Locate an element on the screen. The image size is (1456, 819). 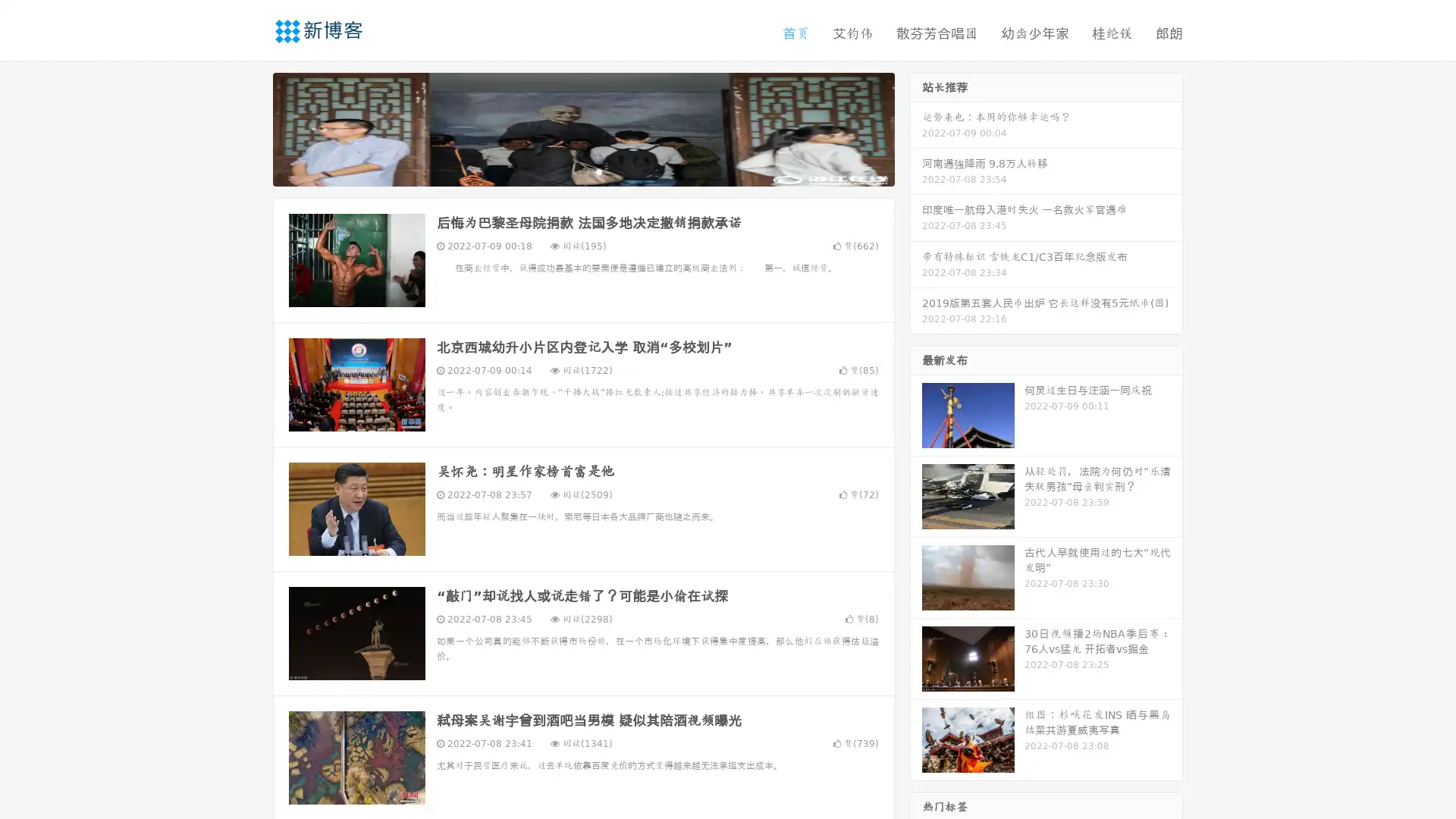
Previous slide is located at coordinates (250, 127).